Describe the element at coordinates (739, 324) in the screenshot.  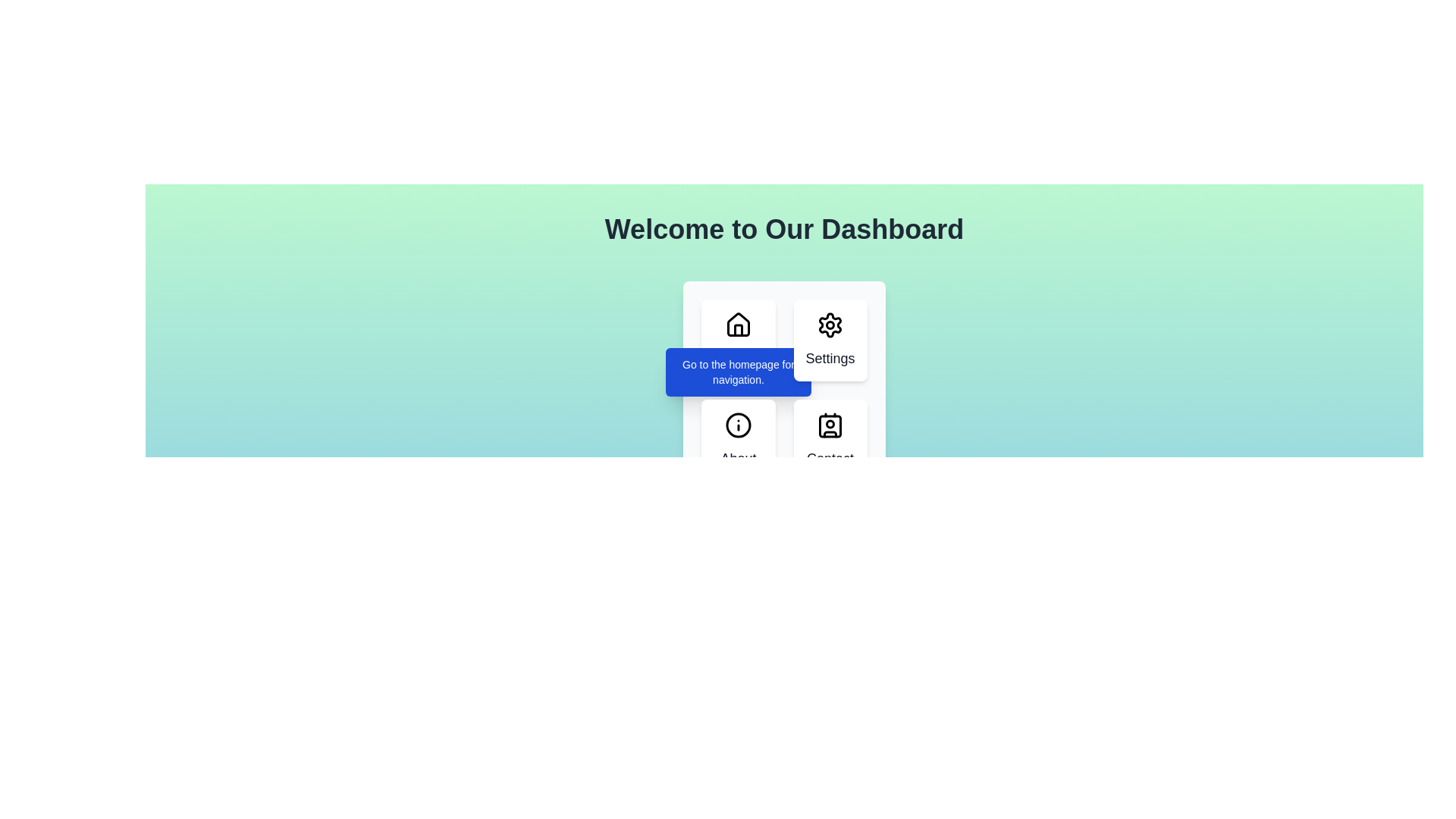
I see `the home icon located in the top-left button of the square button grid below the 'Welcome to Our Dashboard' heading` at that location.